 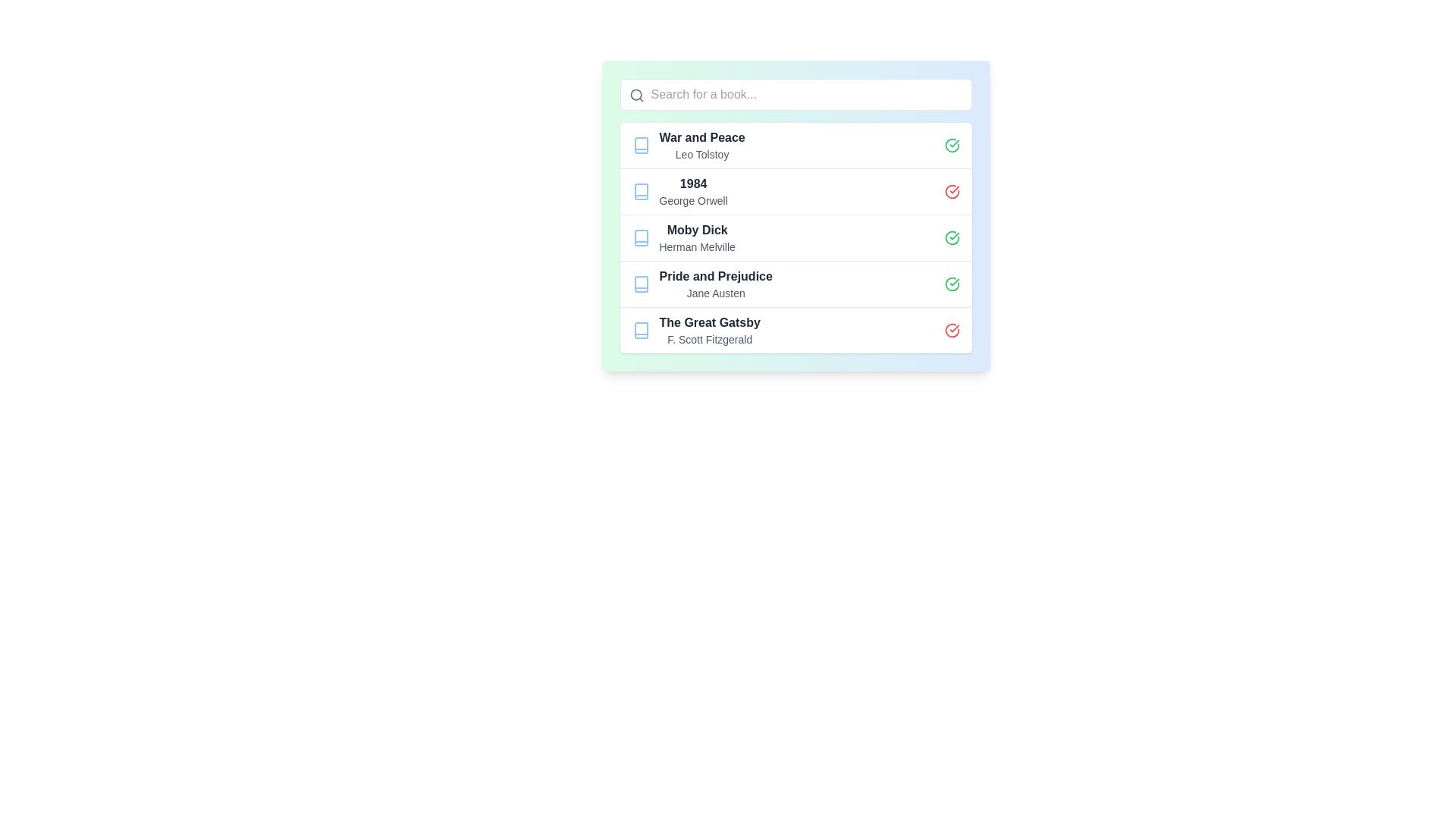 I want to click on the book icon representing 'Pride and Prejudice', which is the fourth item in a vertical list of books, so click(x=641, y=284).